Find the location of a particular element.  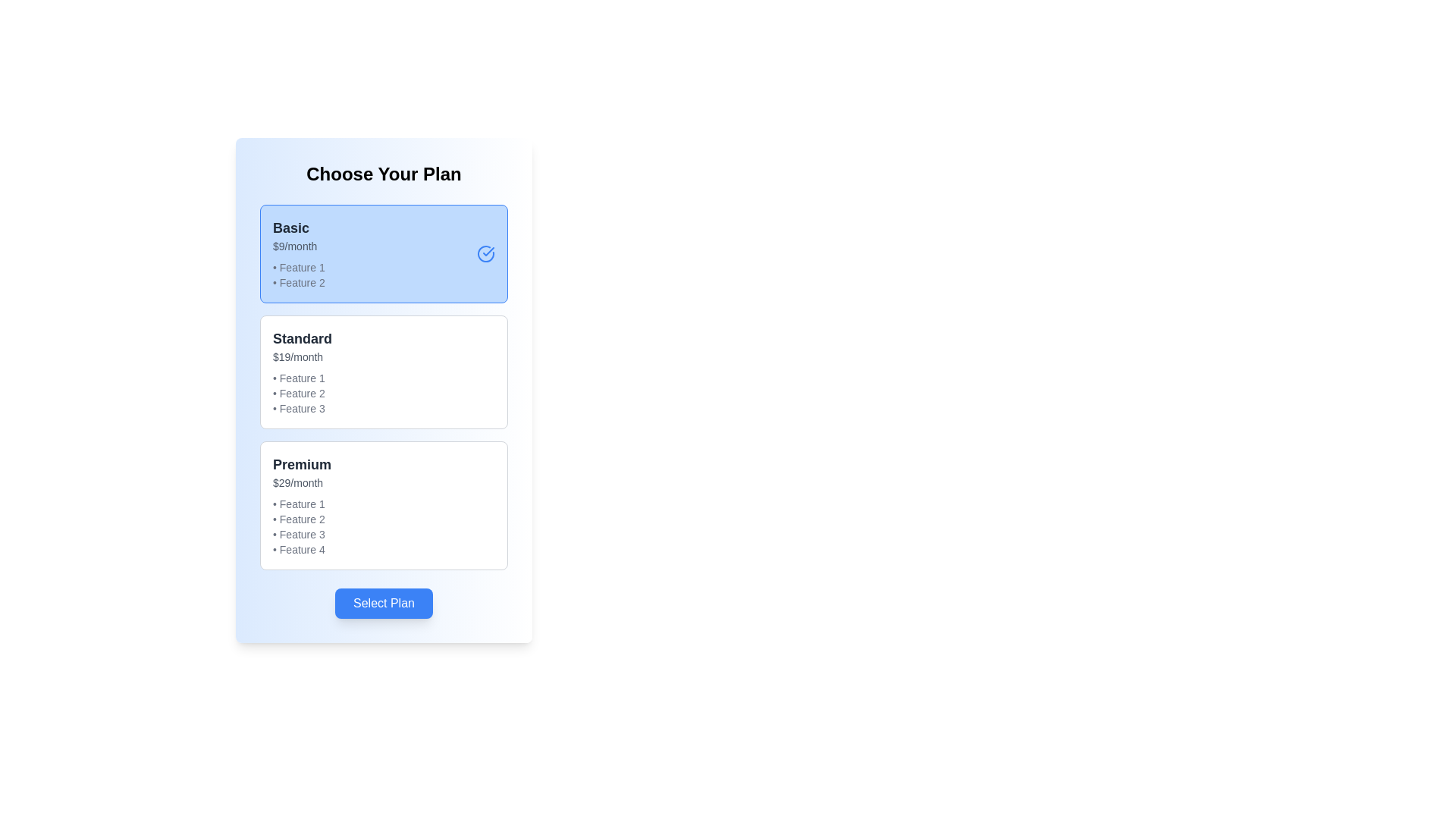

the second item in the feature list for the 'Premium' pricing plan, which is located within a bordered box containing other features and pricing information is located at coordinates (302, 519).